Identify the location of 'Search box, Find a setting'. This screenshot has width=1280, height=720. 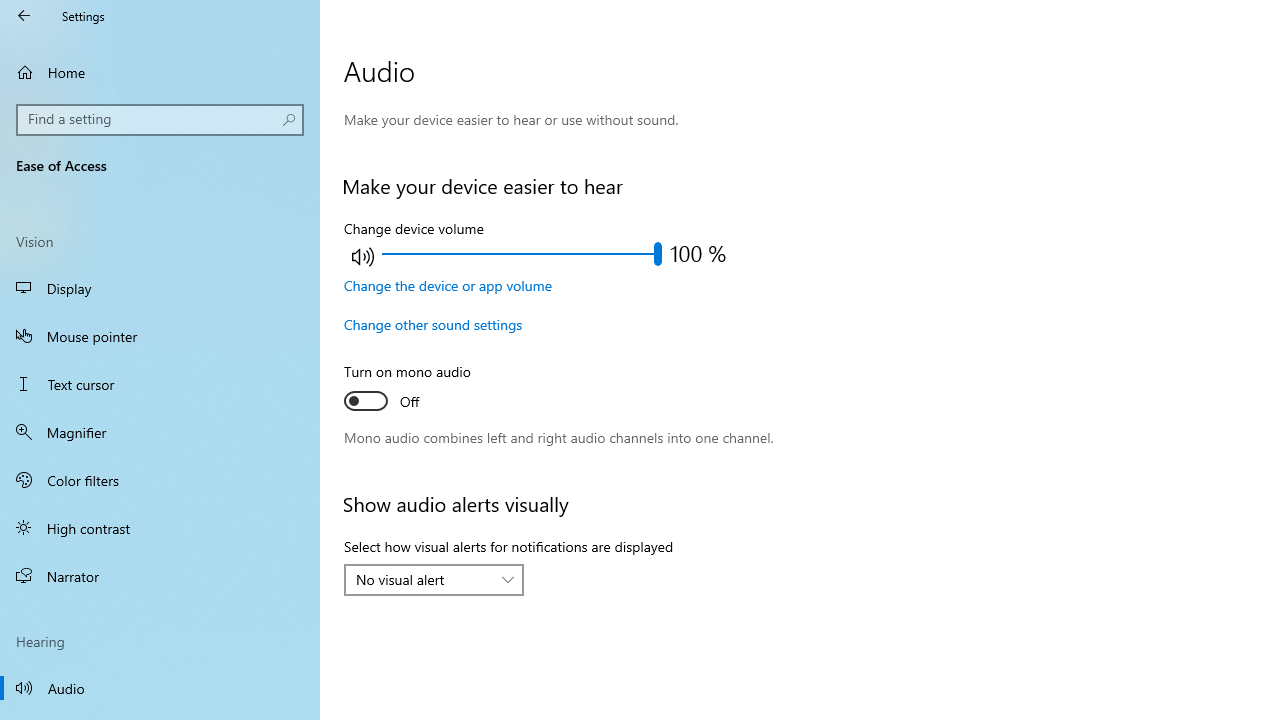
(160, 119).